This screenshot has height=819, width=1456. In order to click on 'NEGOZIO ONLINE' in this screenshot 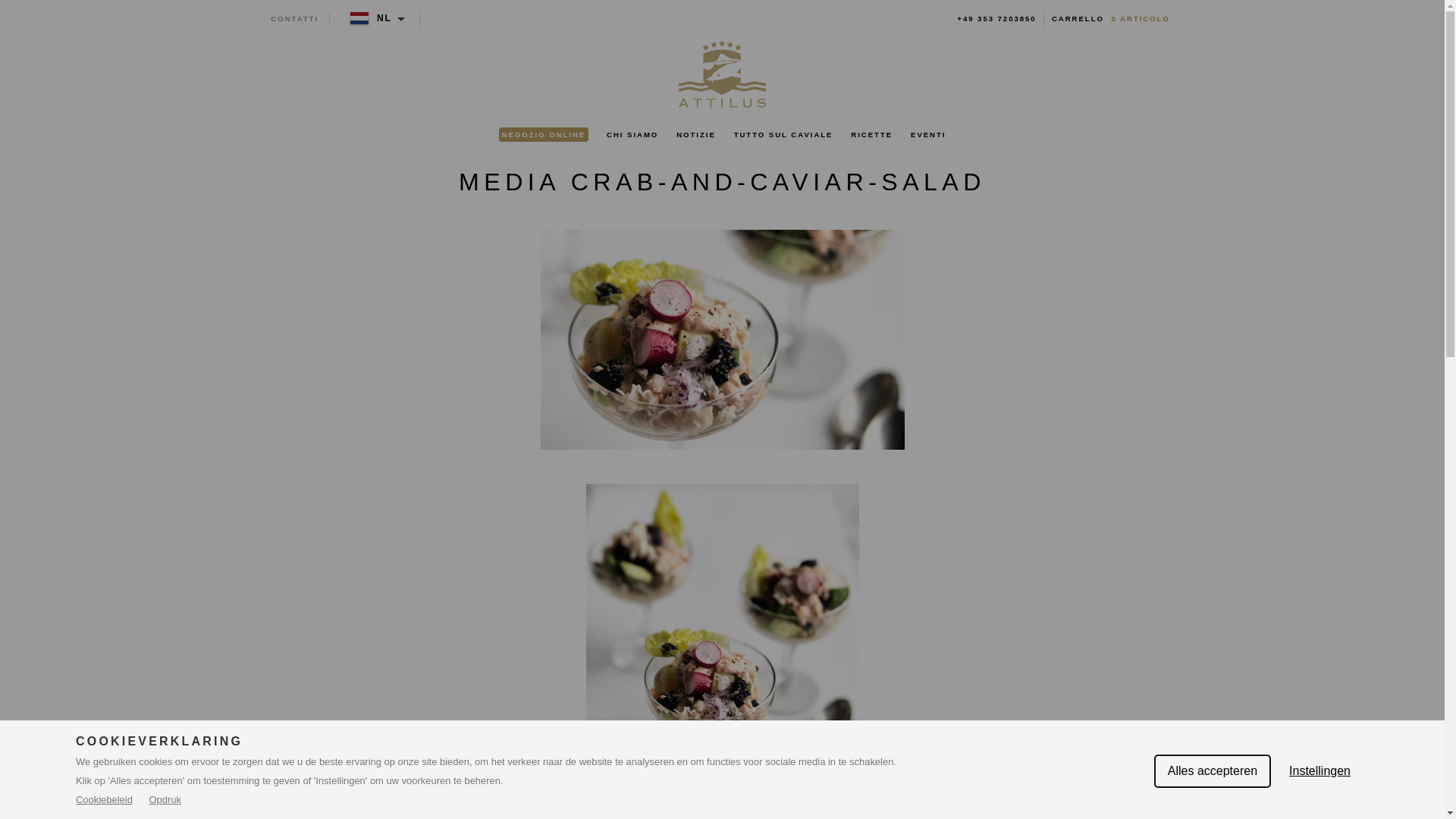, I will do `click(543, 134)`.